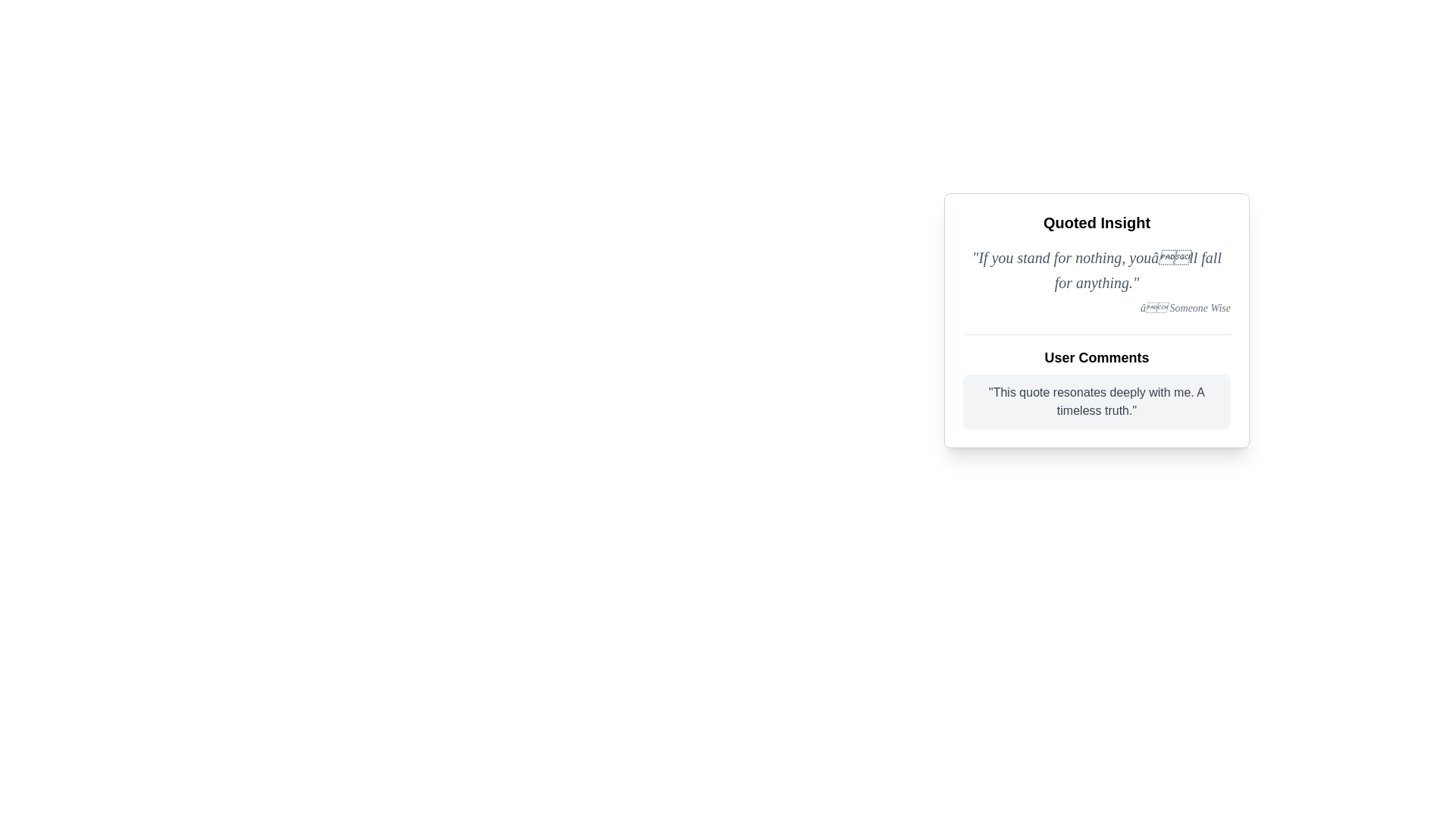 This screenshot has height=819, width=1456. What do you see at coordinates (1097, 400) in the screenshot?
I see `text displayed in the Text block immediately below the 'User Comments' heading, which provides context or feedback relevant to the page content` at bounding box center [1097, 400].